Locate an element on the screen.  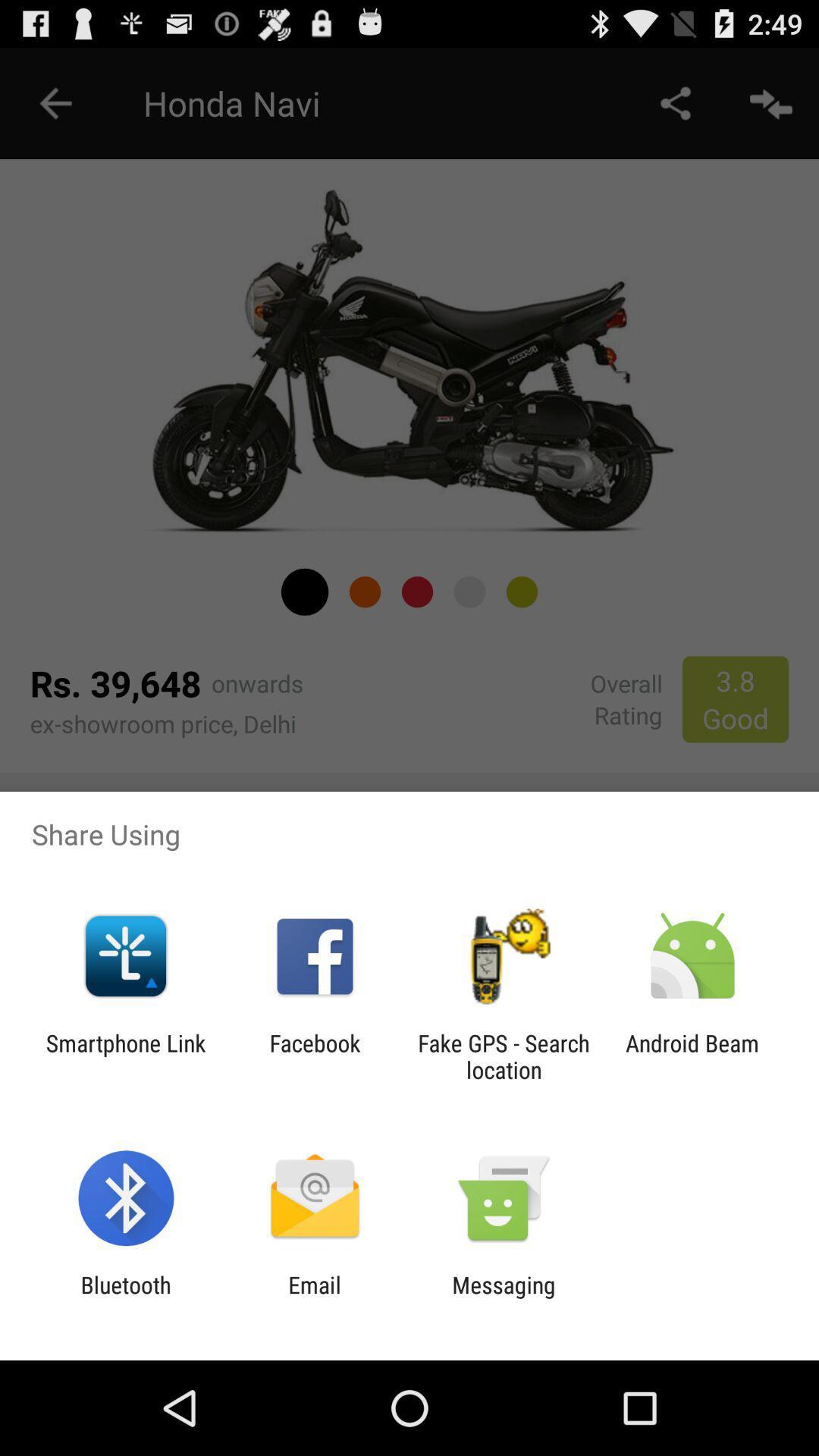
the item to the left of messaging is located at coordinates (314, 1298).